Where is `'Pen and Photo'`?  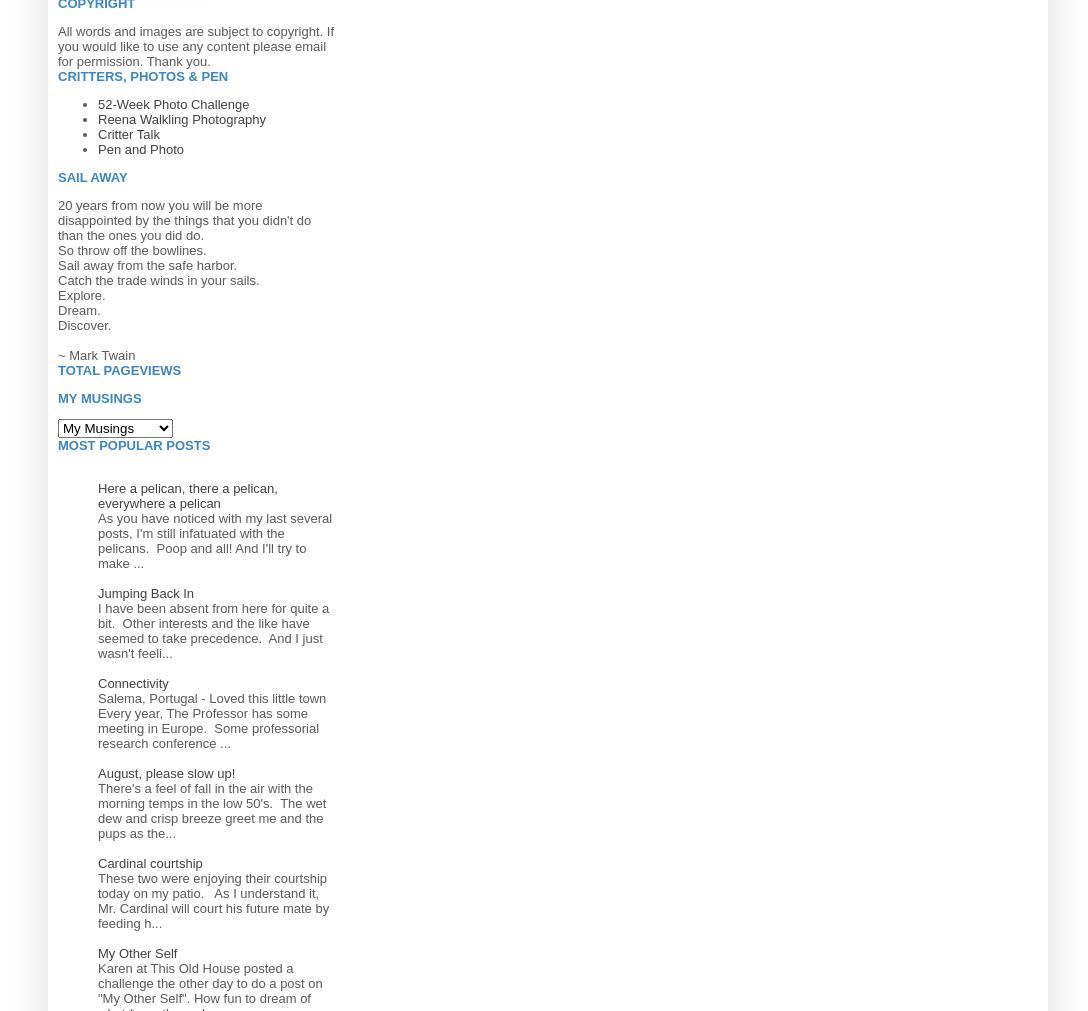
'Pen and Photo' is located at coordinates (98, 147).